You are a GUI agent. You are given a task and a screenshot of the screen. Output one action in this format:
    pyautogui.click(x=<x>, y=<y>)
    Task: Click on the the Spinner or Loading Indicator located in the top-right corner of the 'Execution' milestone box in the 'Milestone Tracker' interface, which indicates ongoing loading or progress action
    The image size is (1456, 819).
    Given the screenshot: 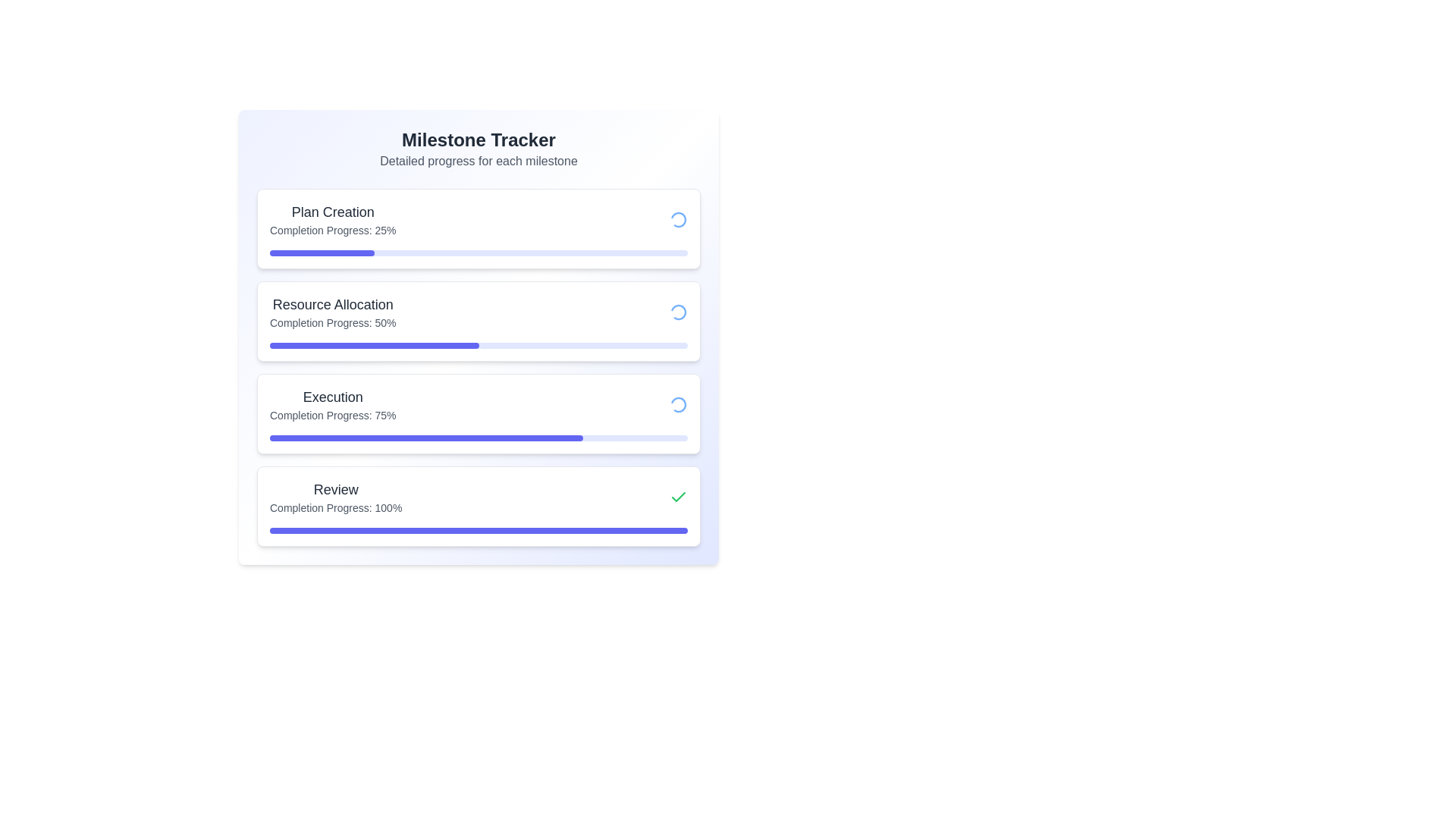 What is the action you would take?
    pyautogui.click(x=677, y=403)
    